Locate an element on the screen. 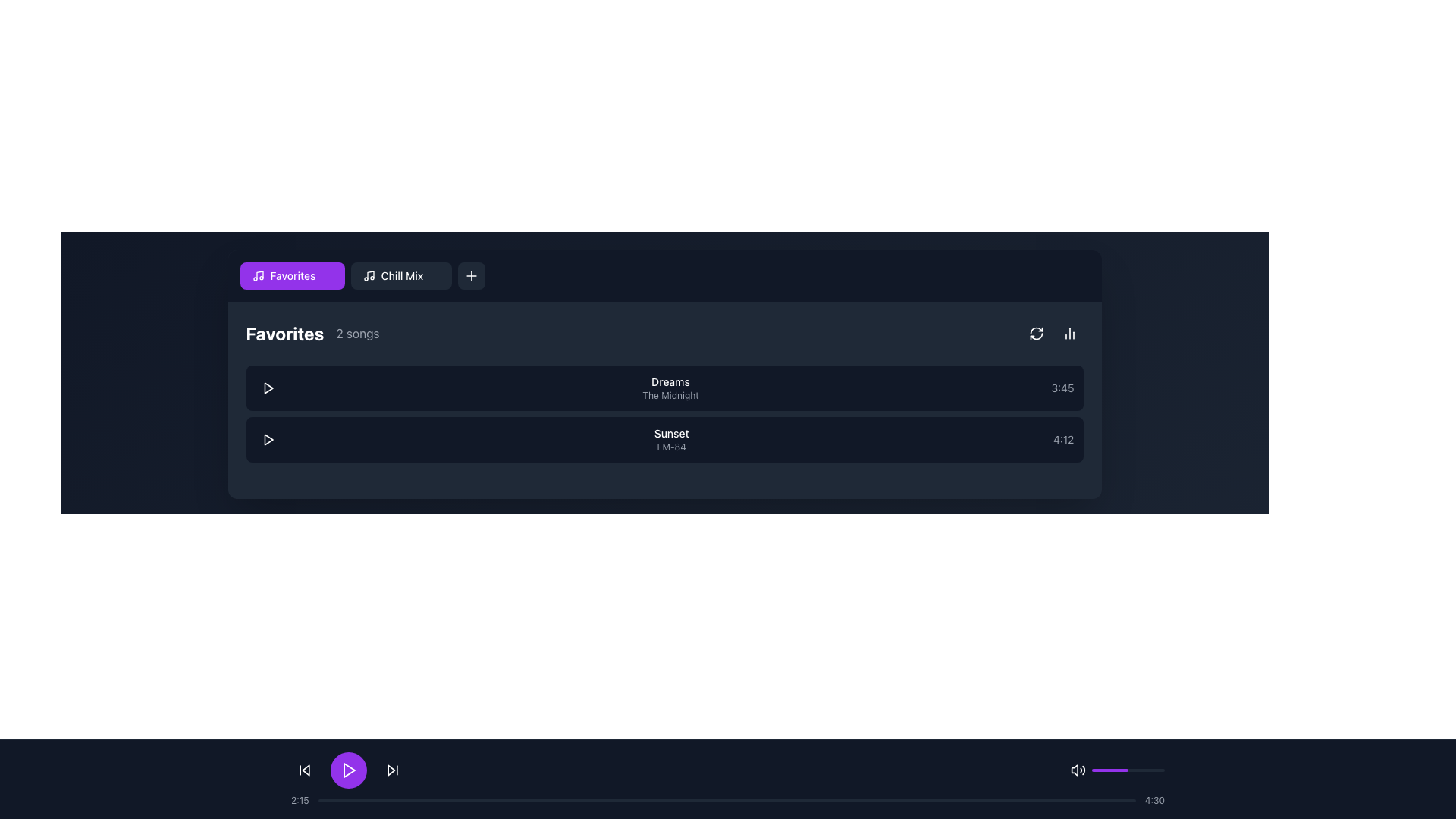  the 'Favorites' text element in the playlist overview section, which displays the title and number of songs is located at coordinates (312, 332).